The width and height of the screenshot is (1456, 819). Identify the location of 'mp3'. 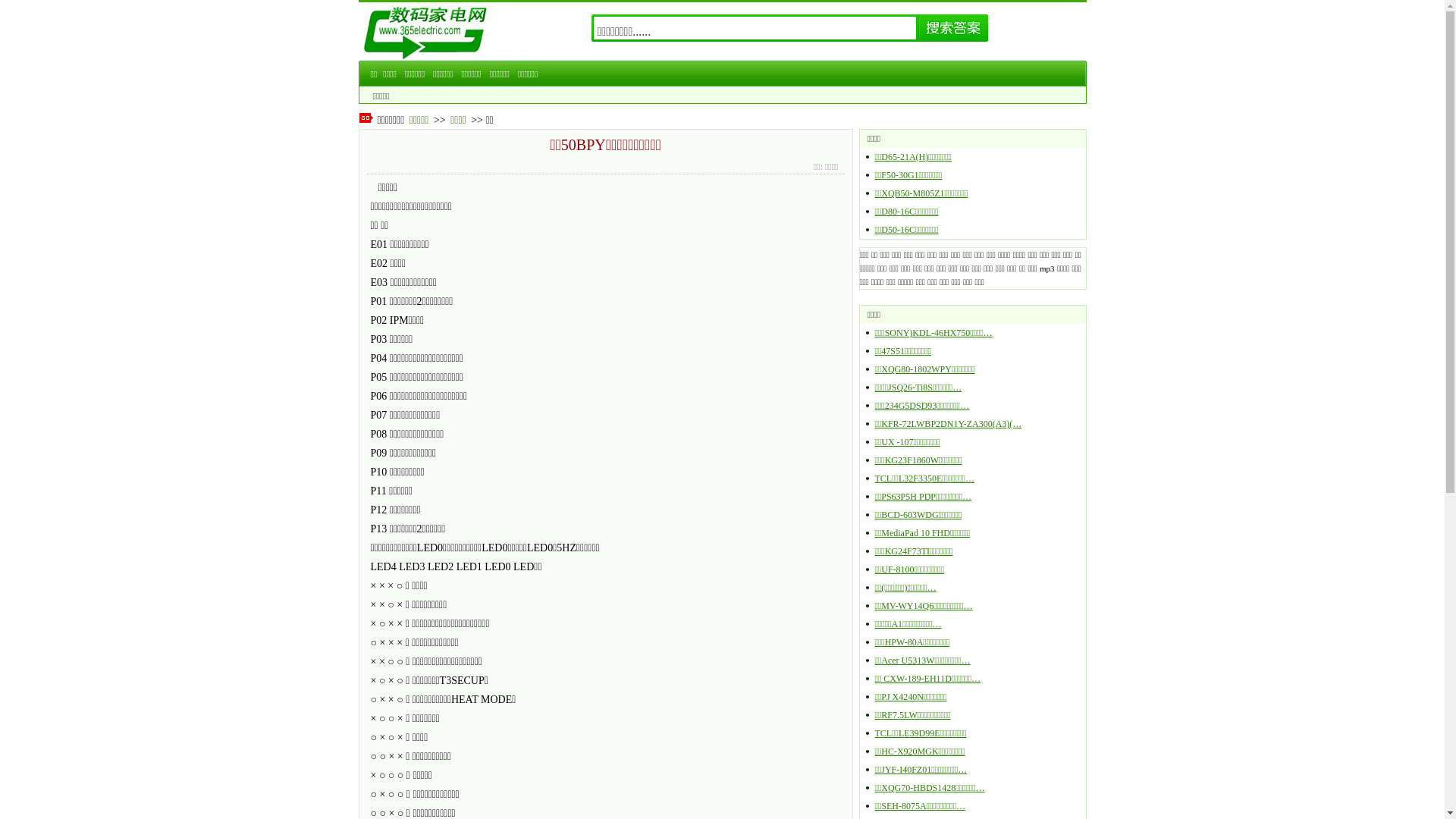
(1046, 267).